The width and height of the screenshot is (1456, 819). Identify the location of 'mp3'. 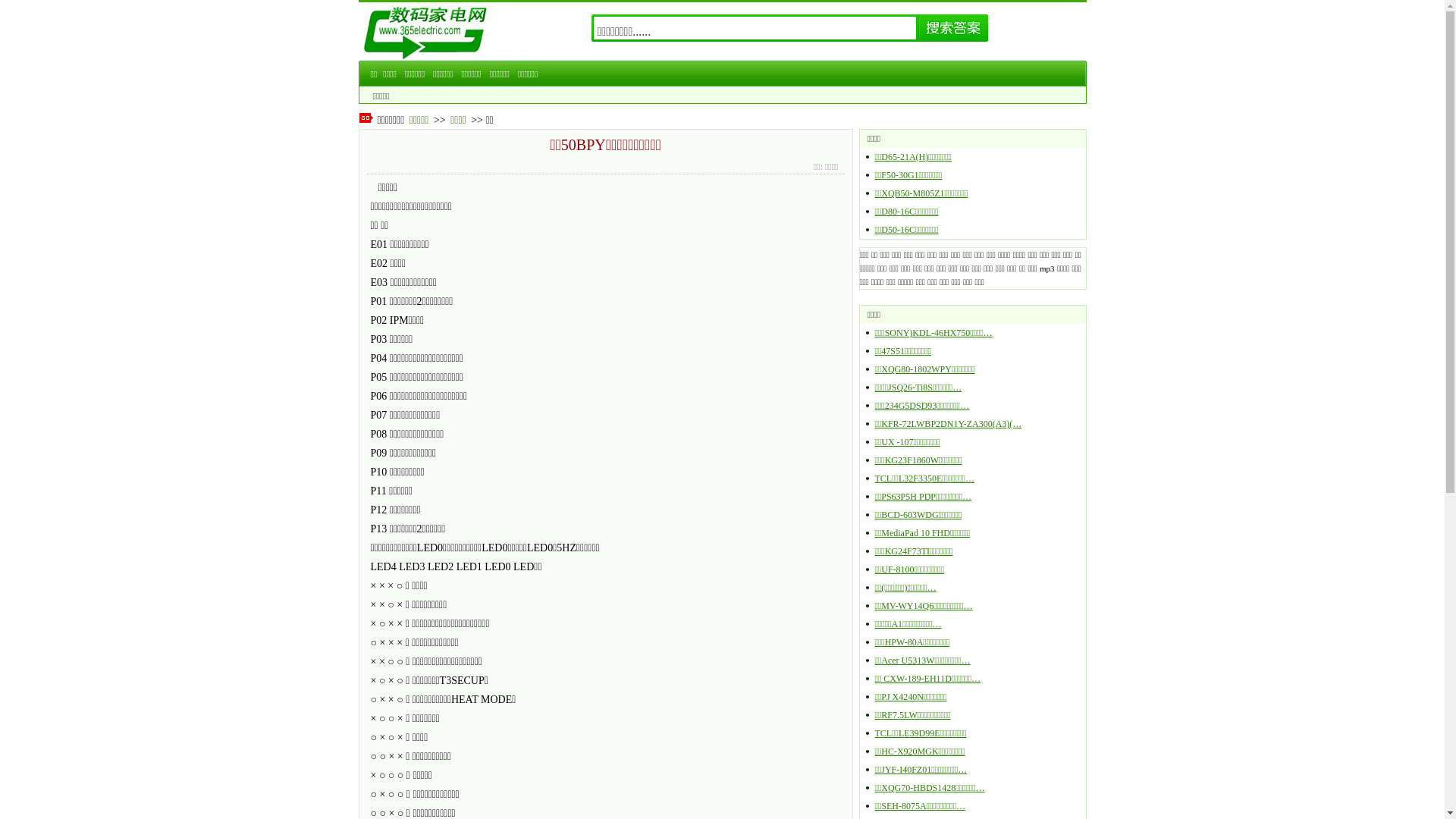
(1046, 267).